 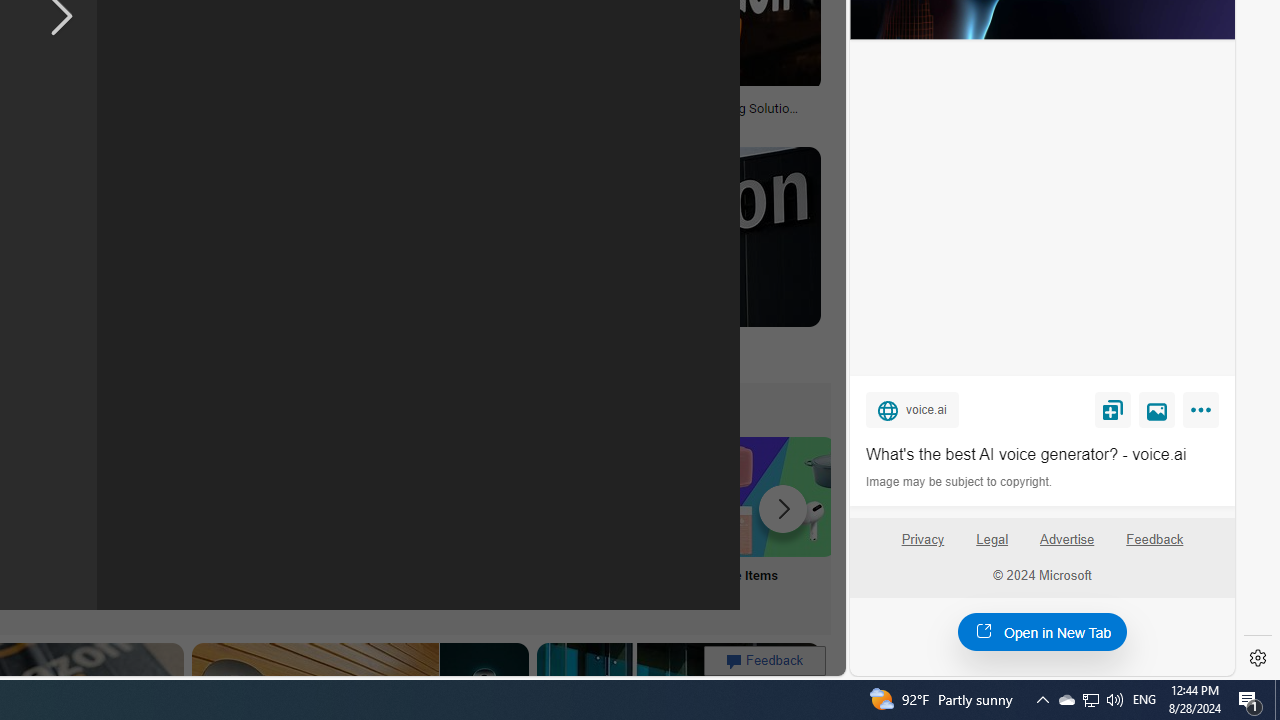 What do you see at coordinates (774, 495) in the screenshot?
I see `'Amazon Sale Items'` at bounding box center [774, 495].